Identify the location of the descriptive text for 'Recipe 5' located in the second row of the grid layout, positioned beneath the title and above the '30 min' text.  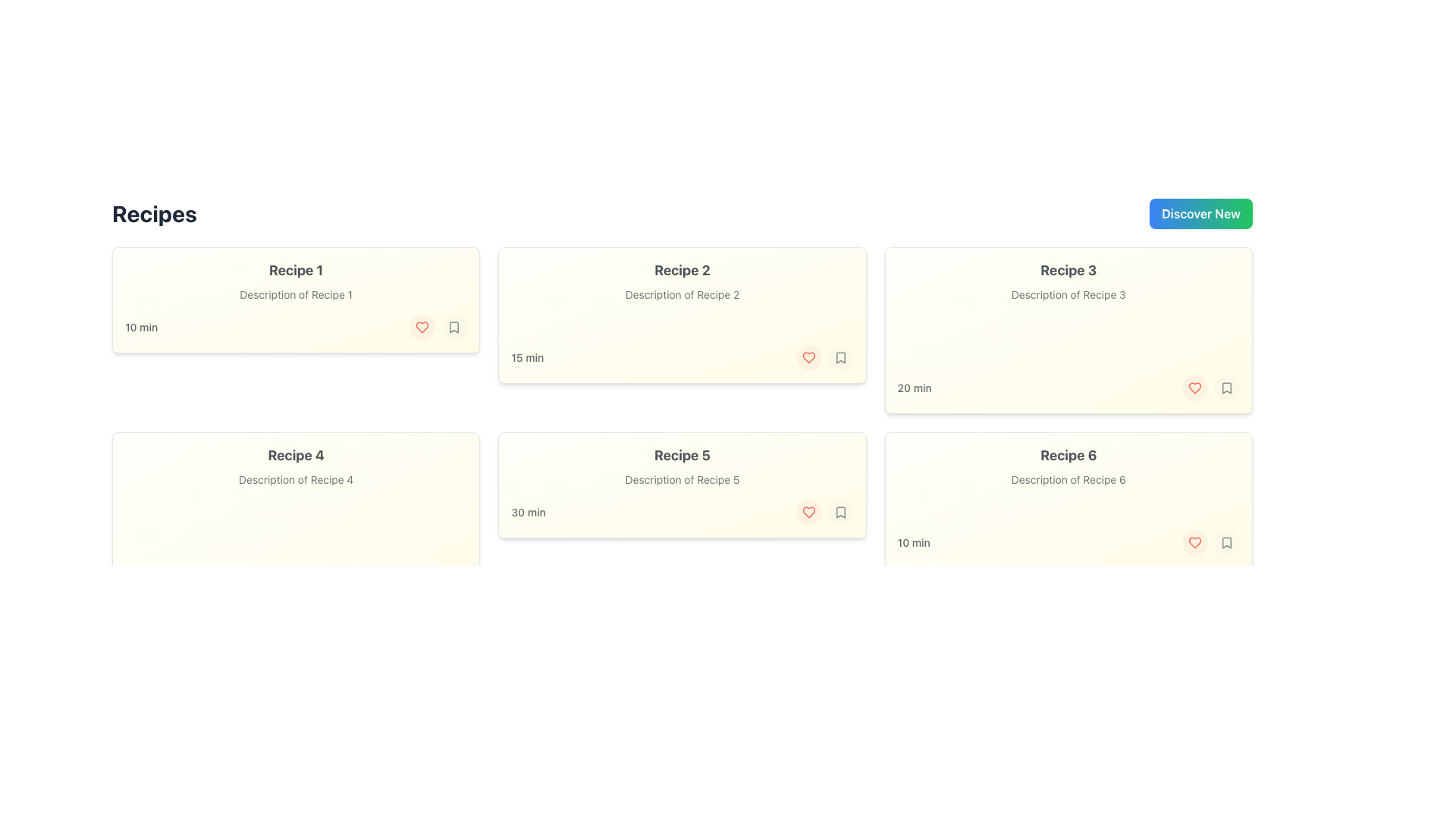
(681, 479).